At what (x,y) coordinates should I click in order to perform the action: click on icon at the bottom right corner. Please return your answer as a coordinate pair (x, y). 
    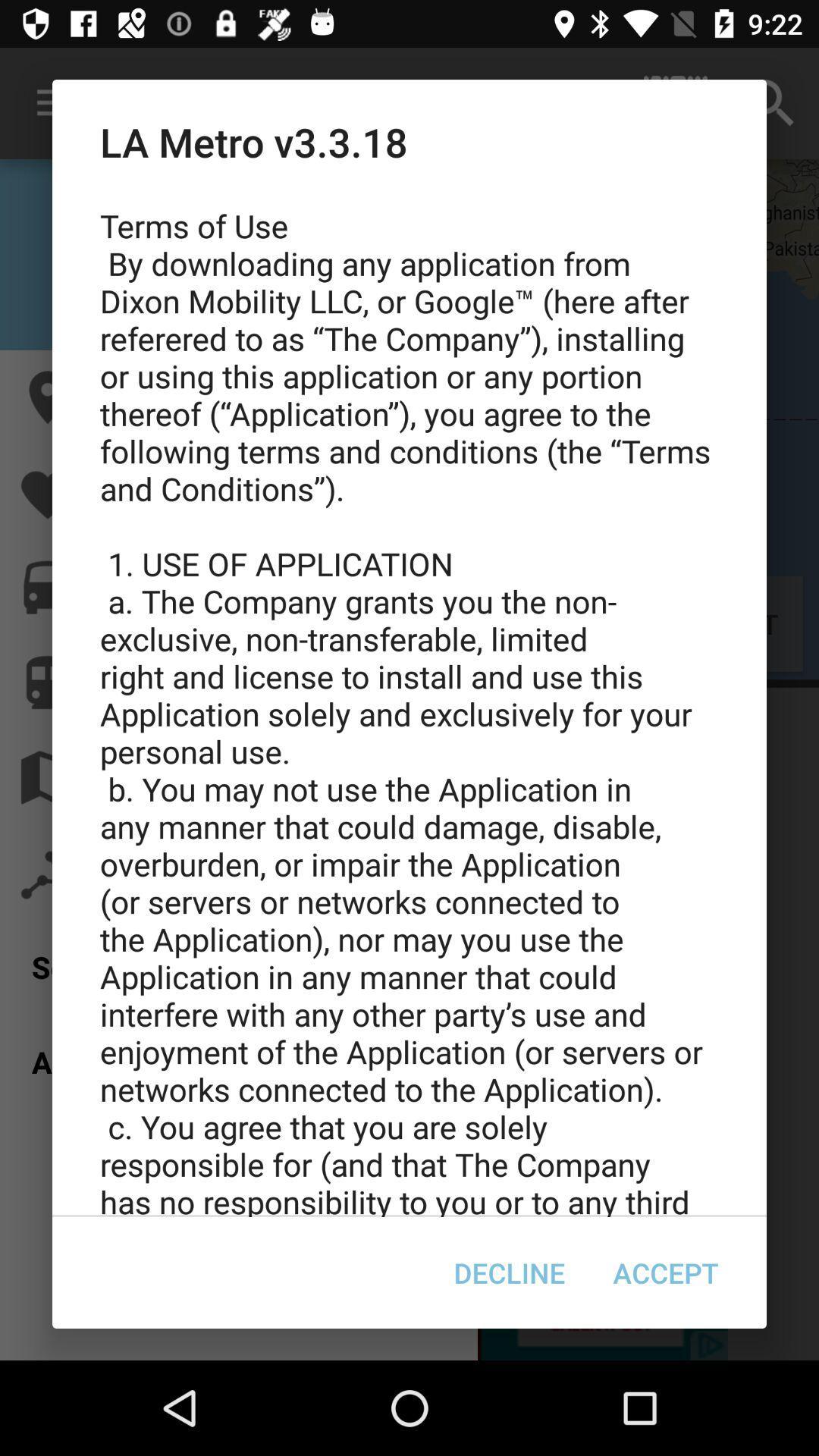
    Looking at the image, I should click on (665, 1272).